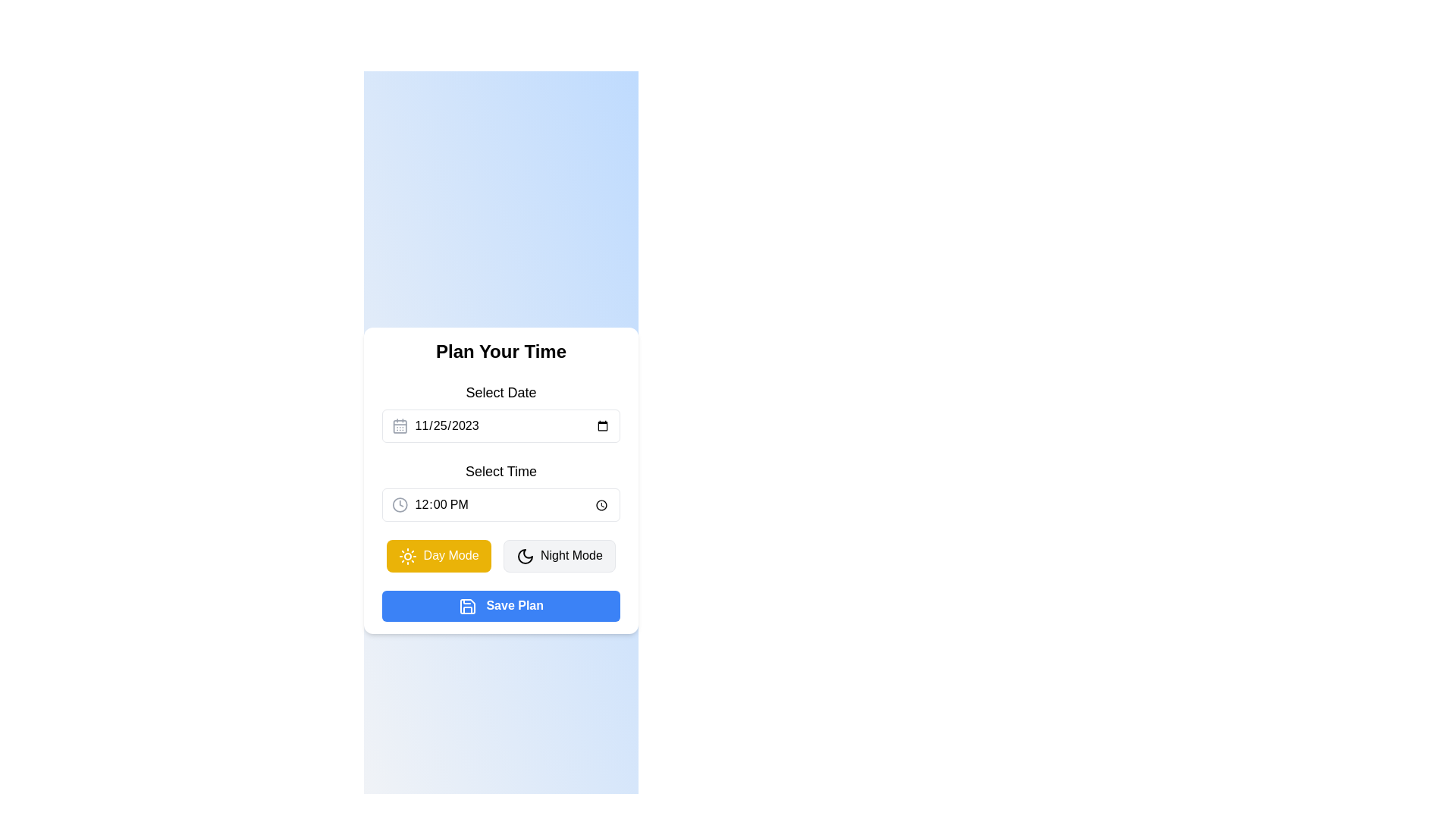 Image resolution: width=1456 pixels, height=819 pixels. Describe the element at coordinates (438, 556) in the screenshot. I see `the 'Day Mode' button, a rectangular button with rounded corners, yellow background, and white text` at that location.